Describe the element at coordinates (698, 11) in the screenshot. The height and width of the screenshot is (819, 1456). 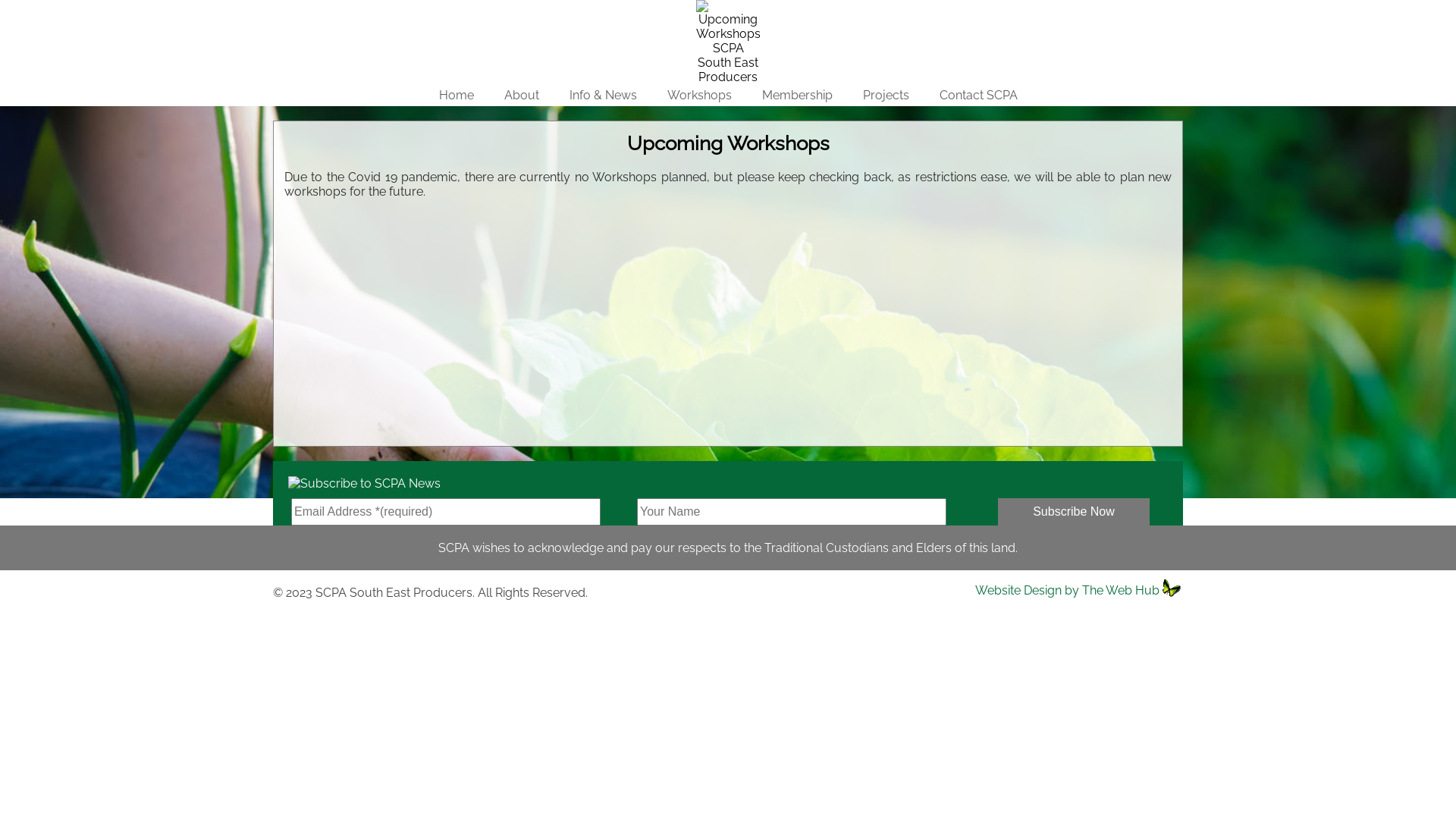
I see `'Workshops'` at that location.